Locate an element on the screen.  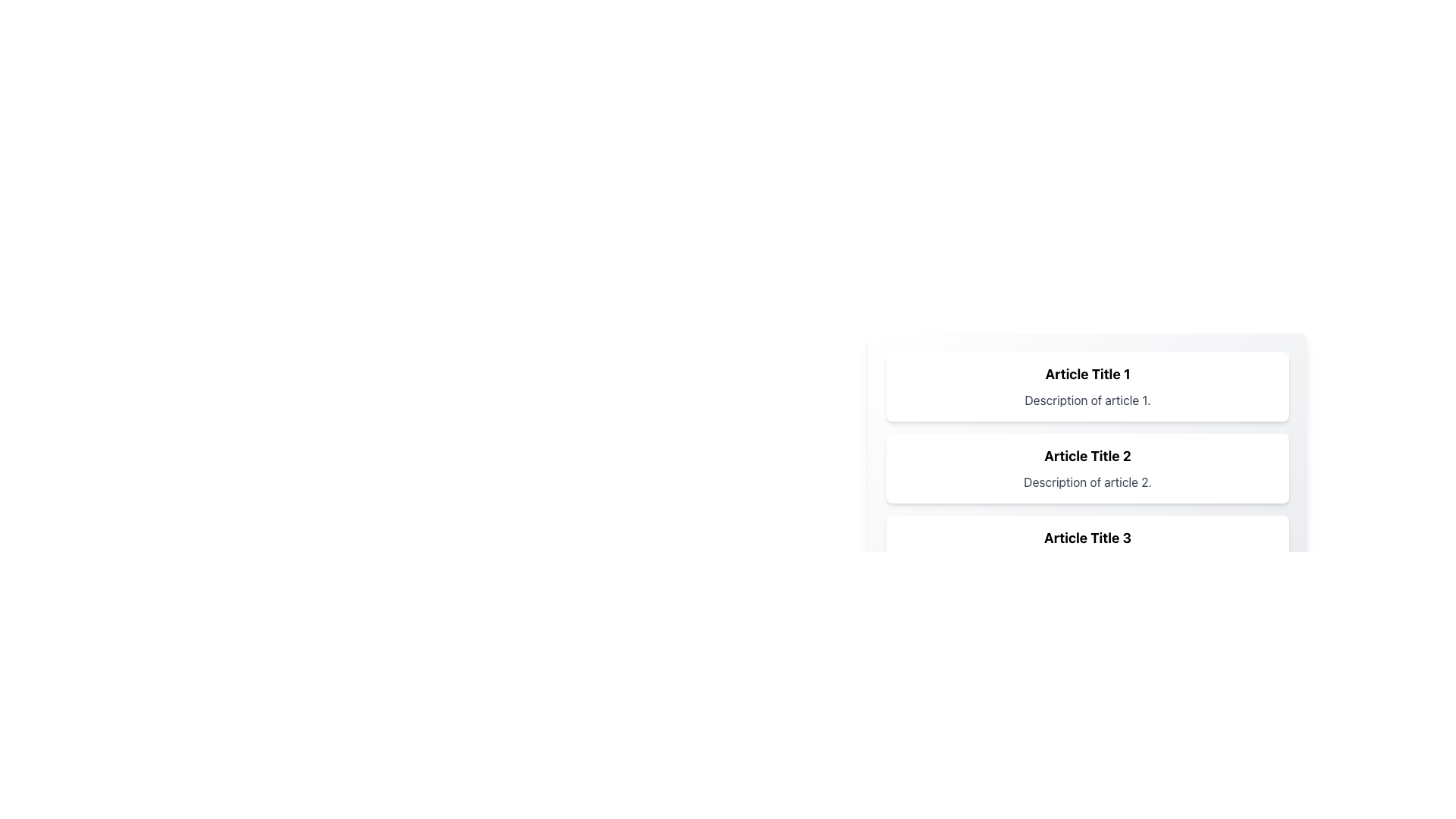
text label providing a brief description or summary of the article located below 'Article Title 1' in the card-like layout is located at coordinates (1087, 400).